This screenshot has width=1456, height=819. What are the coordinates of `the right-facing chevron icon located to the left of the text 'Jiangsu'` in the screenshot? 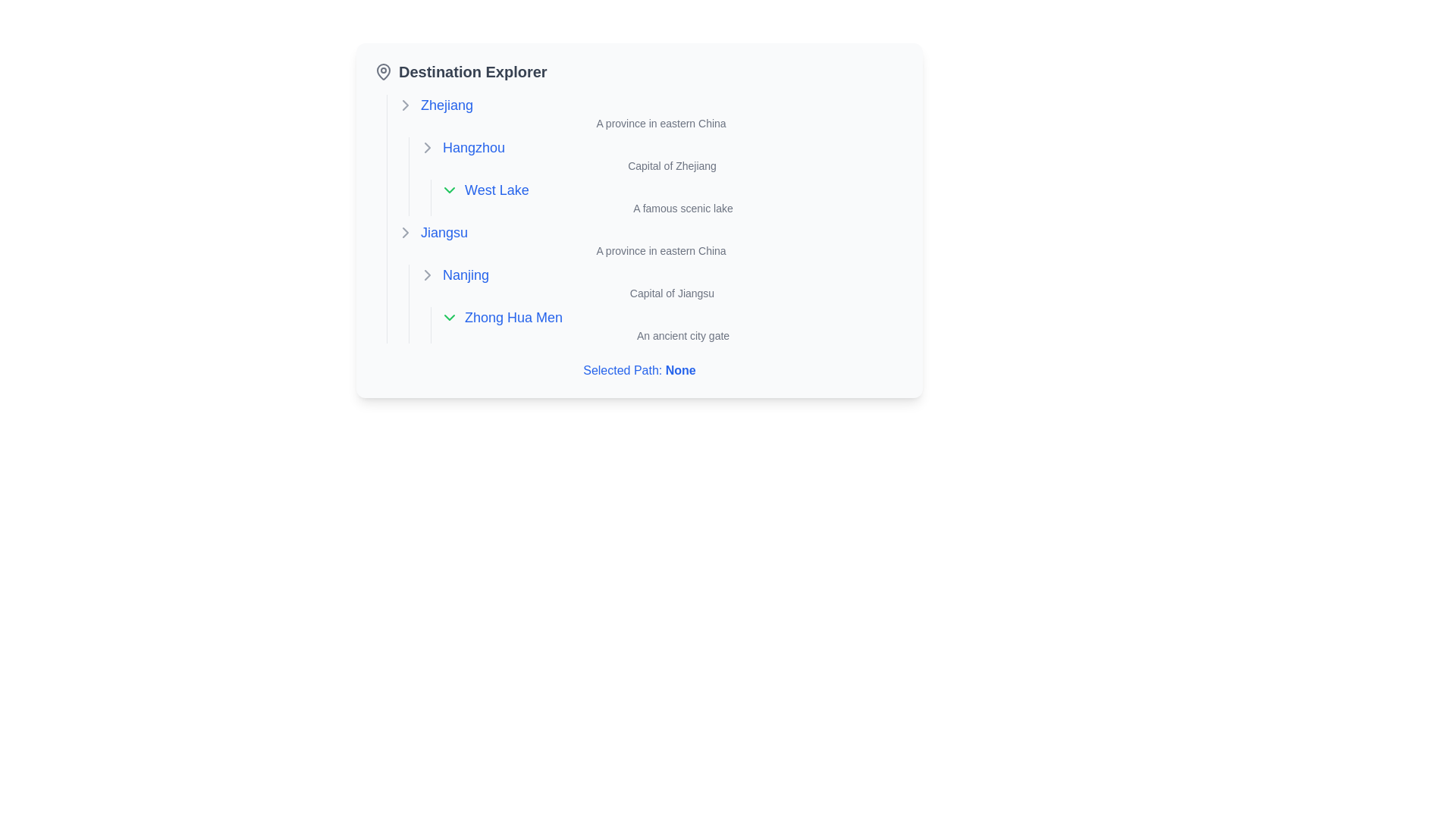 It's located at (405, 233).